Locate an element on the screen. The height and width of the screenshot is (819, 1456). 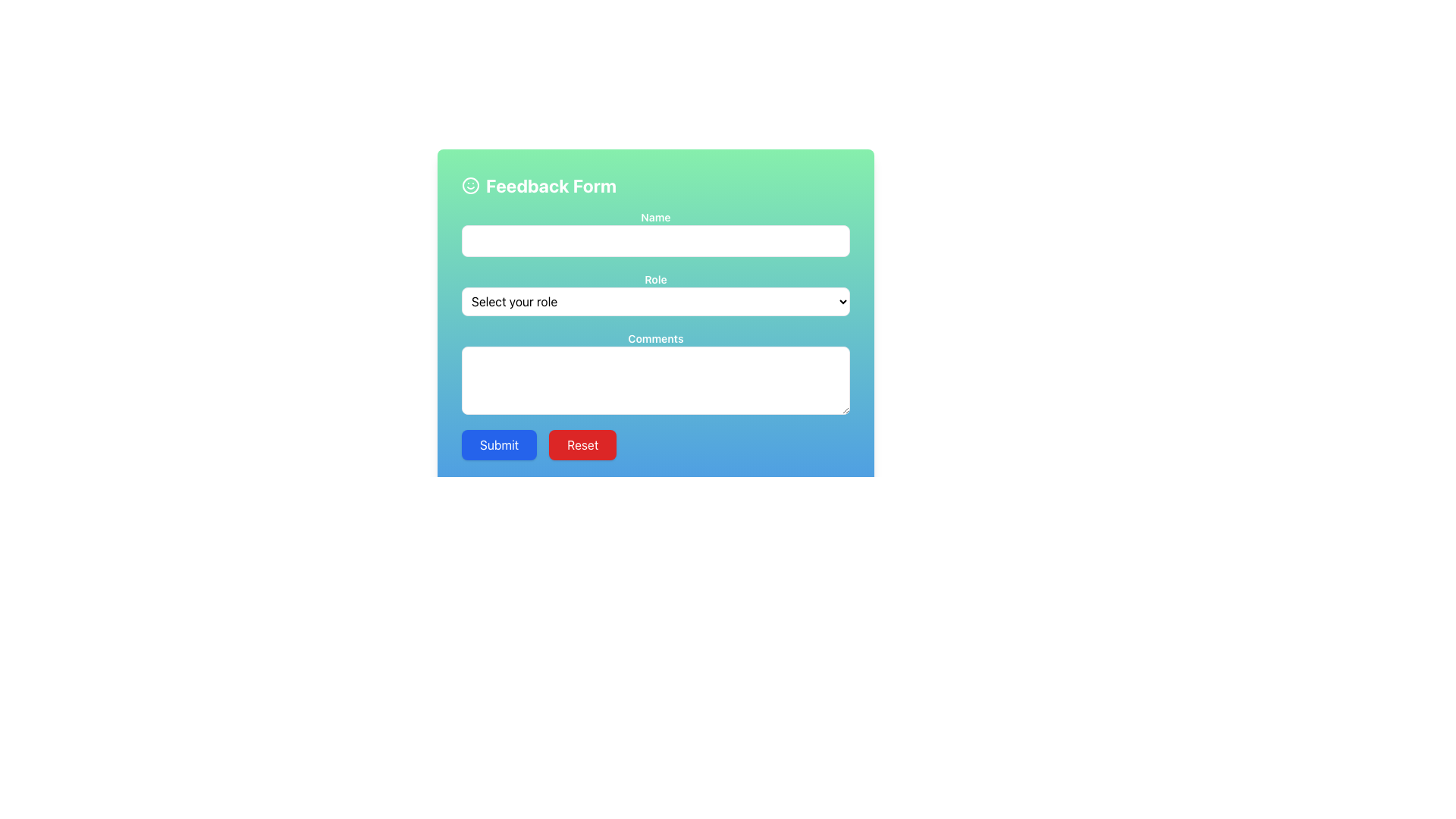
the red 'Reset' button with rounded corners located at the bottom-right of the form interface is located at coordinates (582, 444).